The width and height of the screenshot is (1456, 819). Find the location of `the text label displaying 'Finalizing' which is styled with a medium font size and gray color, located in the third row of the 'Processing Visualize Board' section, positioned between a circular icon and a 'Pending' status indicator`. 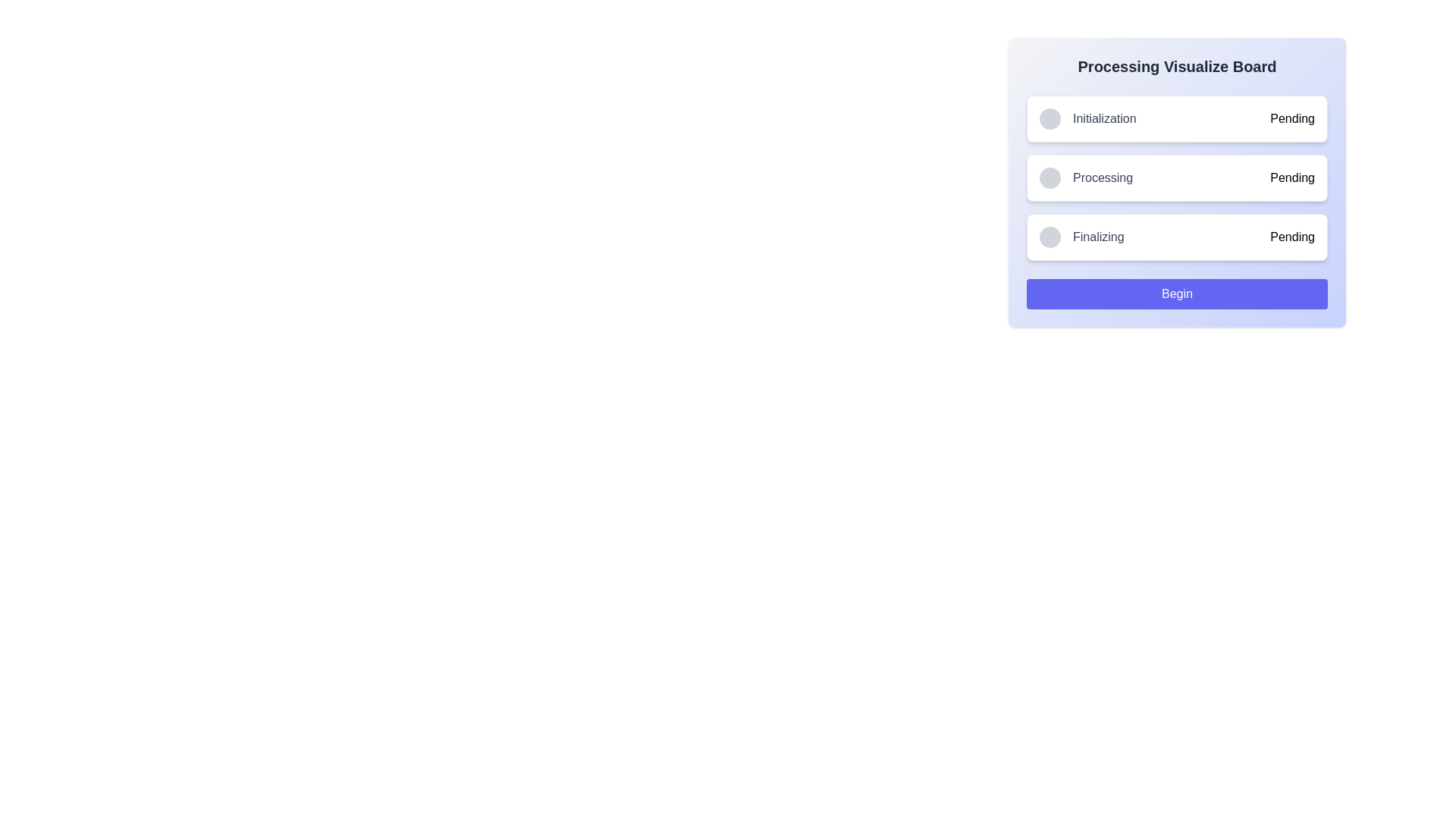

the text label displaying 'Finalizing' which is styled with a medium font size and gray color, located in the third row of the 'Processing Visualize Board' section, positioned between a circular icon and a 'Pending' status indicator is located at coordinates (1098, 237).